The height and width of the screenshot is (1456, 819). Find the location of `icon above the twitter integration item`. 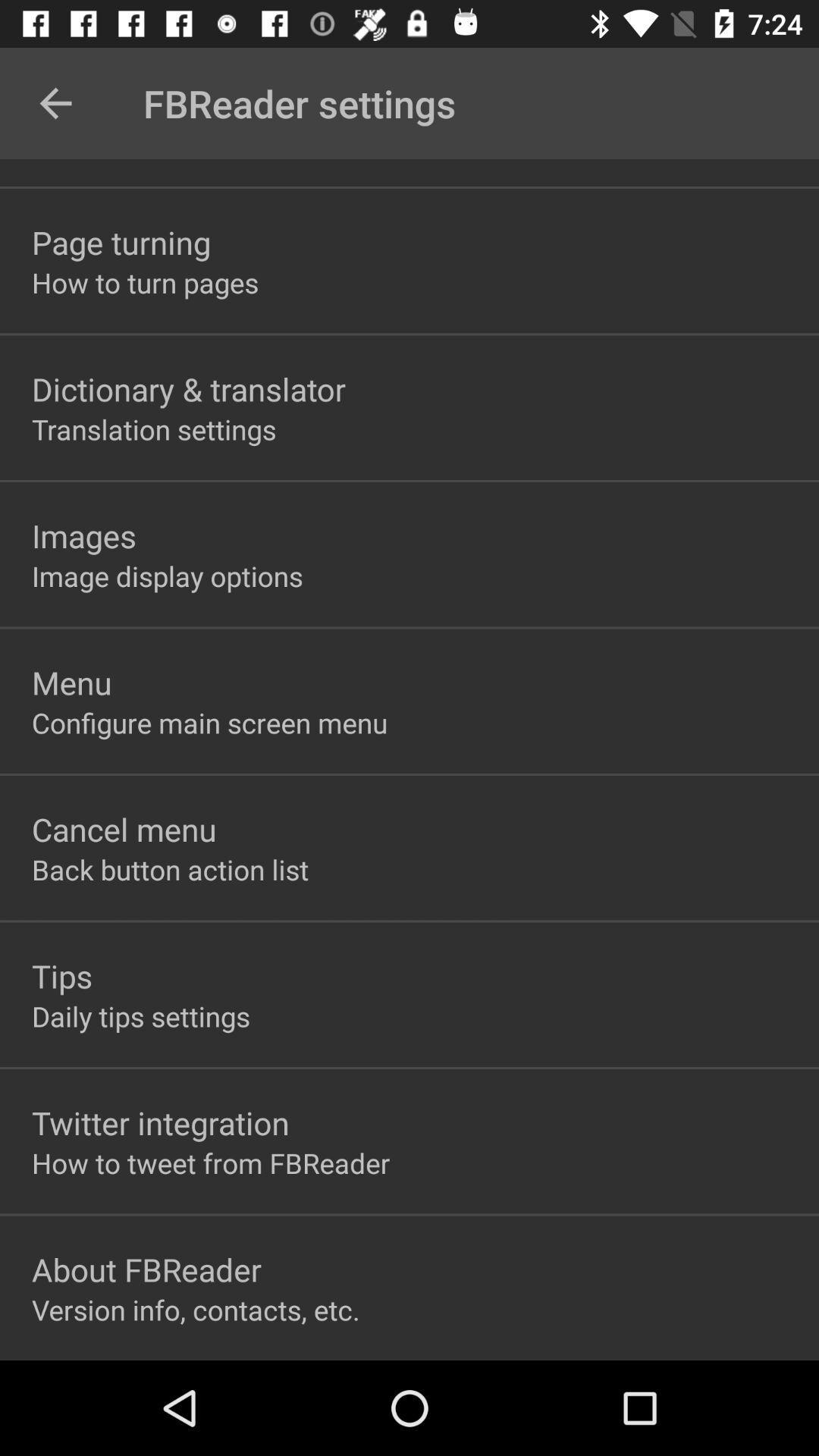

icon above the twitter integration item is located at coordinates (140, 1016).